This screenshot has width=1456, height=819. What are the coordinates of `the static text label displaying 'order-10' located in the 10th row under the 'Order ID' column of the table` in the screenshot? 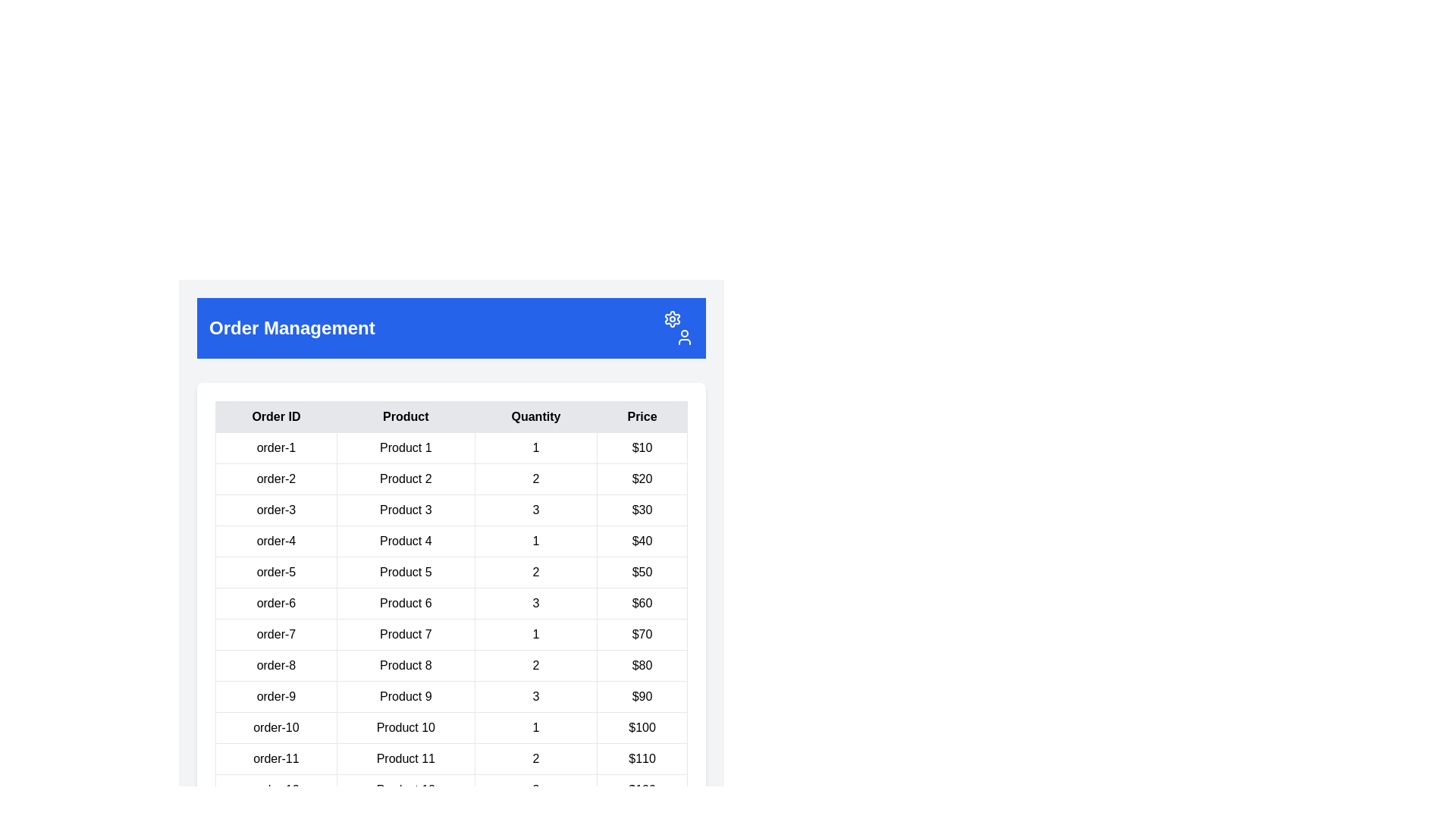 It's located at (276, 727).